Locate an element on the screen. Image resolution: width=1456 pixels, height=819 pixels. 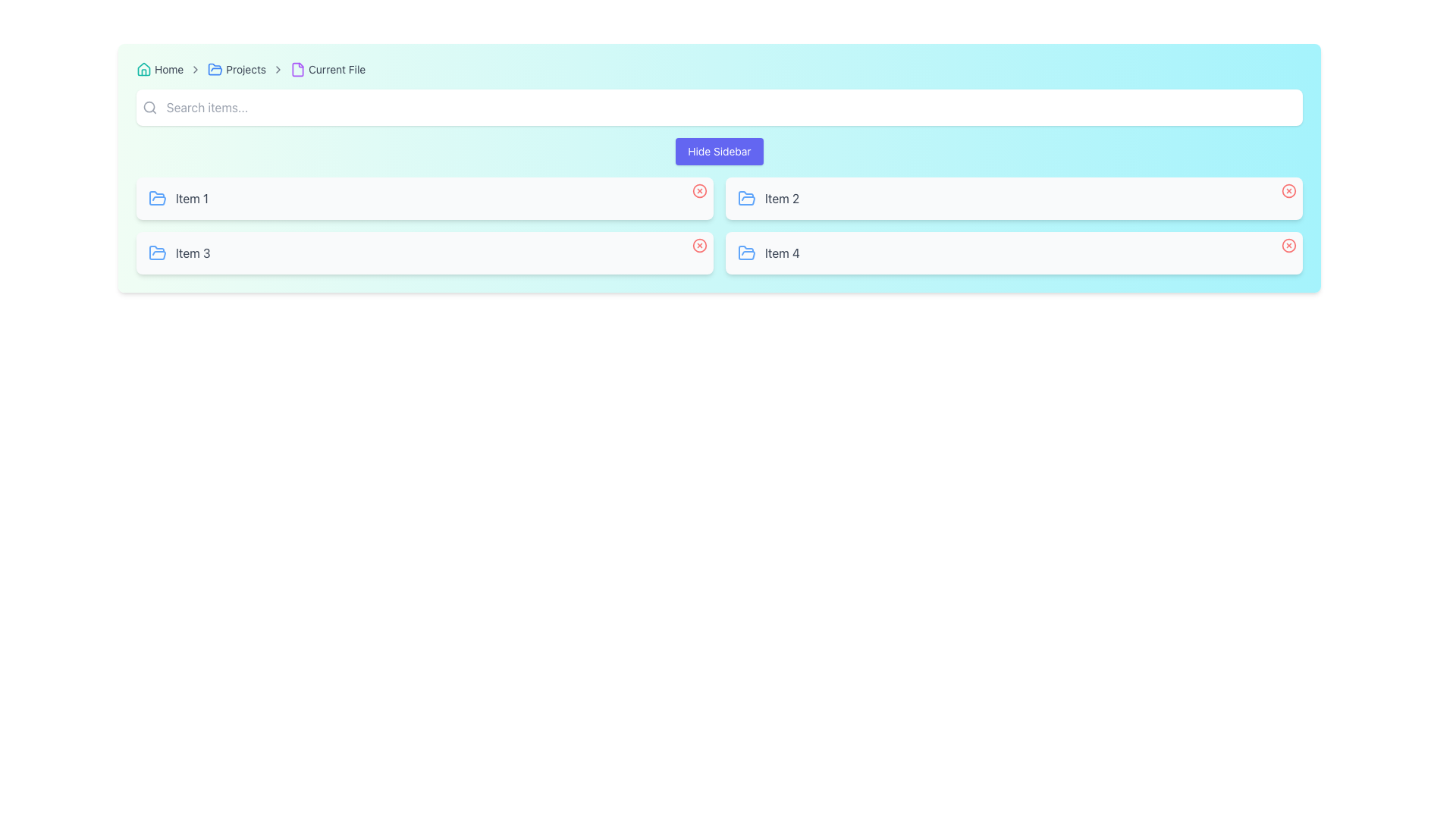
the folder icon with a blue stroke located to the left of the 'Item 3' text label is located at coordinates (157, 253).